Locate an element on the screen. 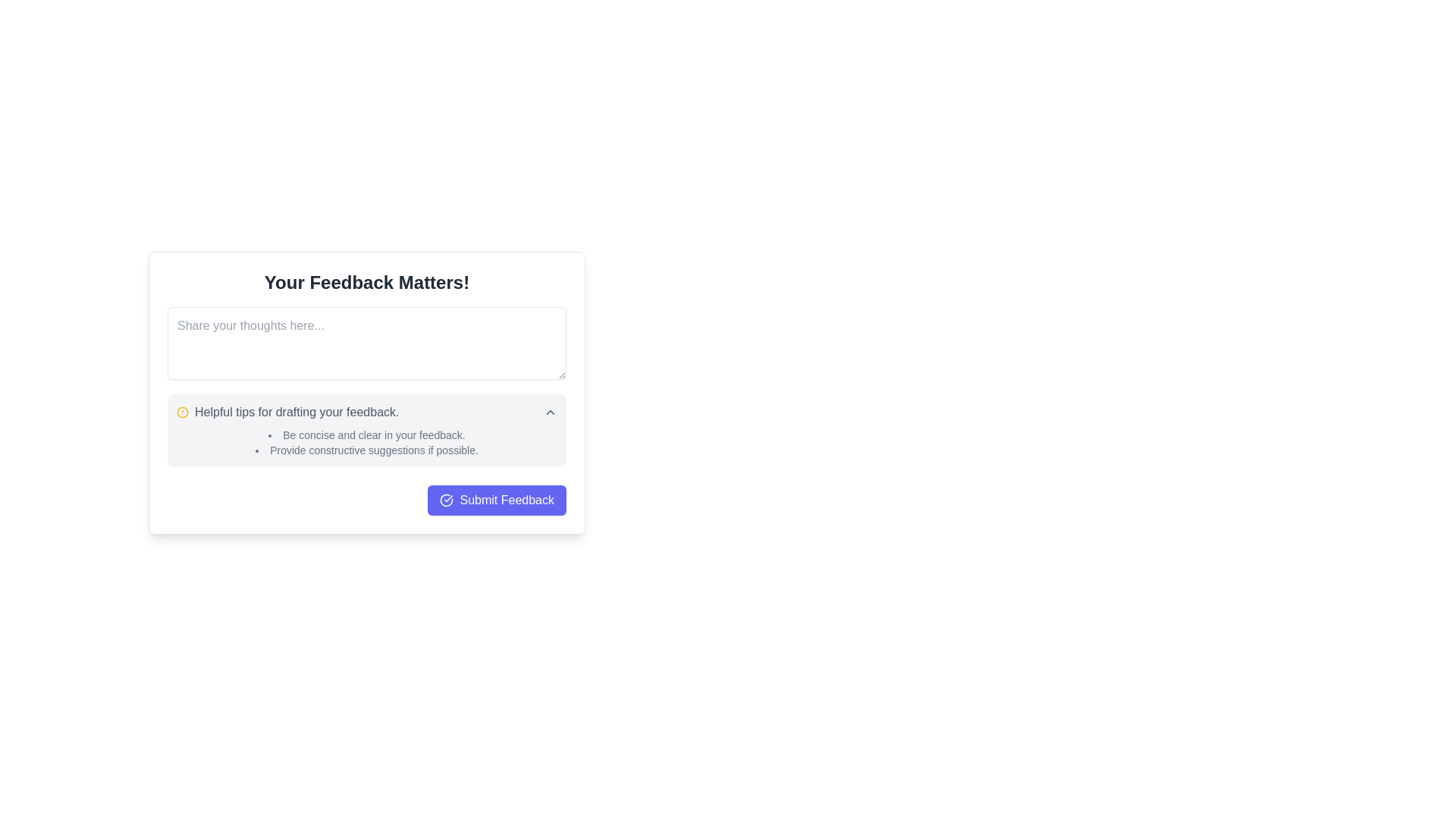 The height and width of the screenshot is (819, 1456). the decorative icon located to the left of the 'Submit Feedback' text label inside the button is located at coordinates (446, 500).